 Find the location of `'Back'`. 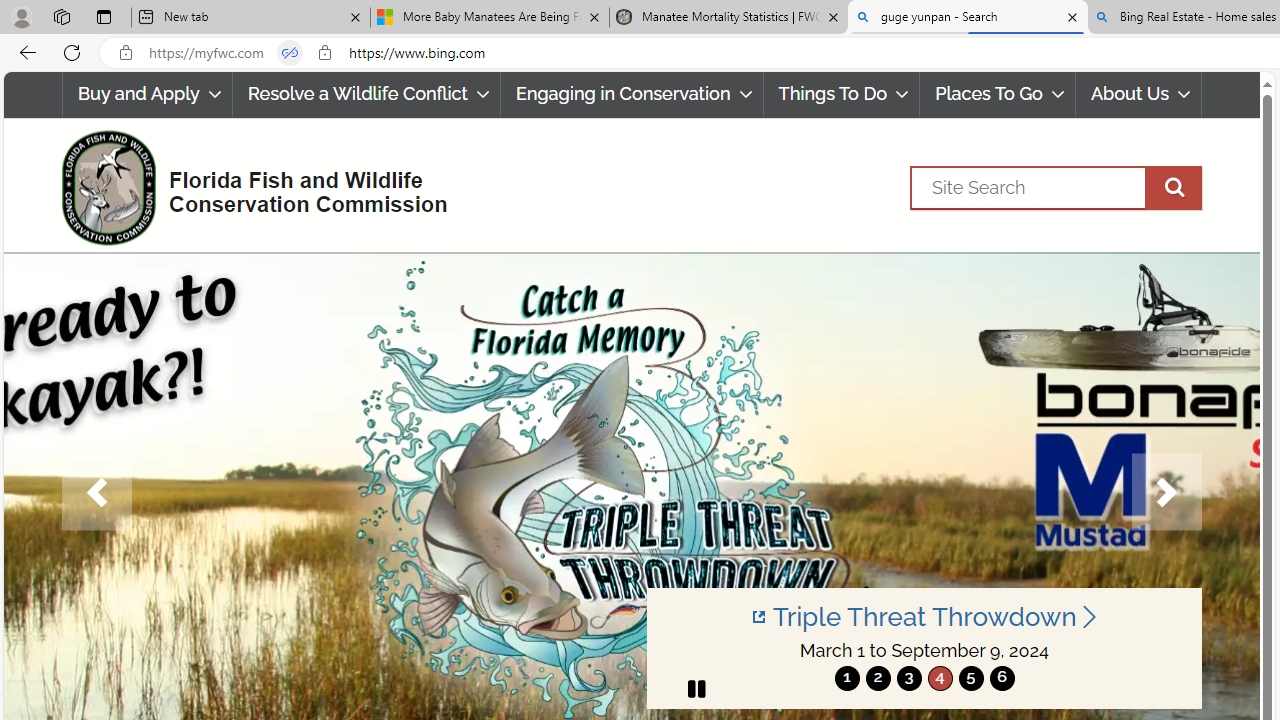

'Back' is located at coordinates (24, 51).